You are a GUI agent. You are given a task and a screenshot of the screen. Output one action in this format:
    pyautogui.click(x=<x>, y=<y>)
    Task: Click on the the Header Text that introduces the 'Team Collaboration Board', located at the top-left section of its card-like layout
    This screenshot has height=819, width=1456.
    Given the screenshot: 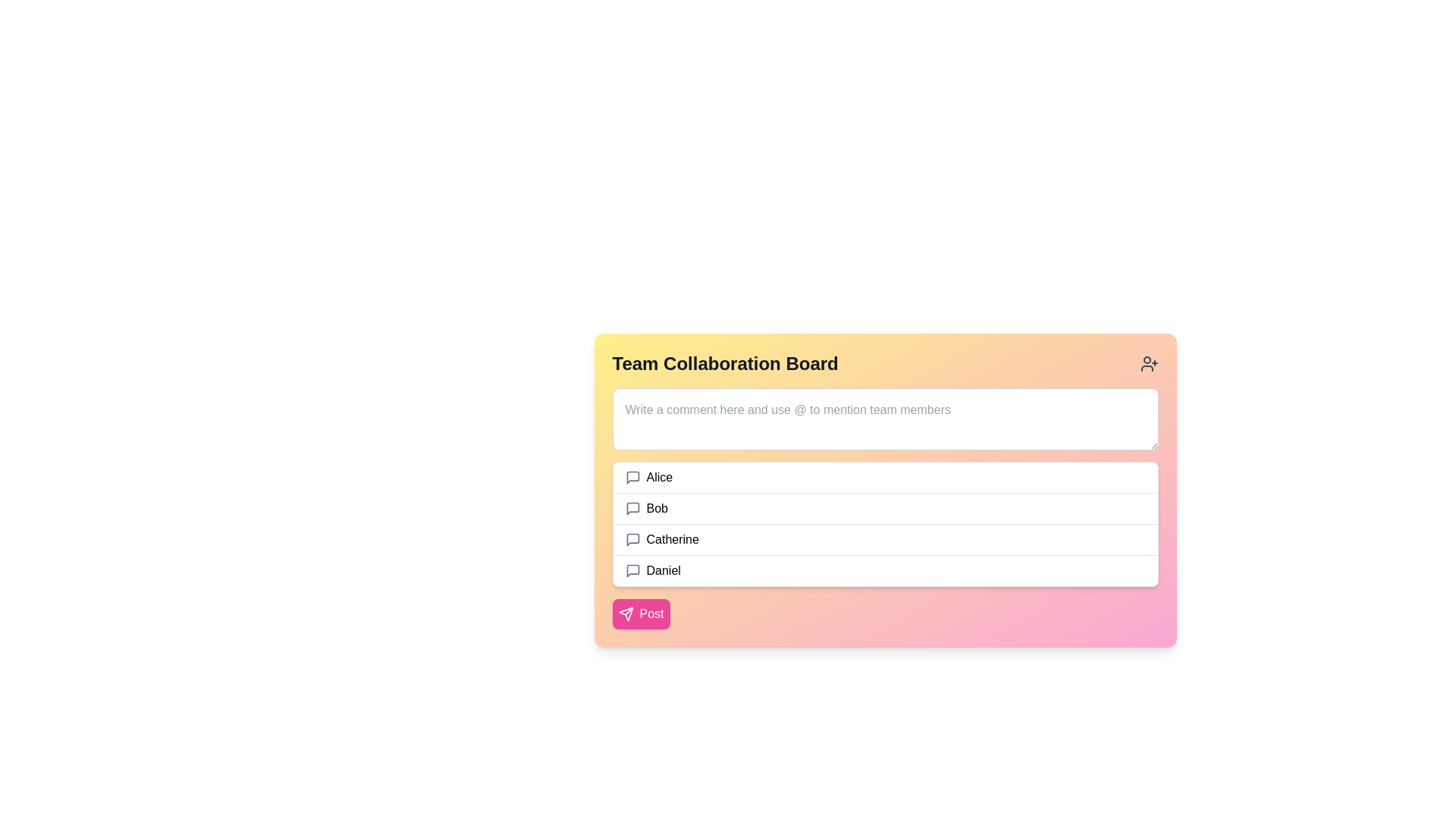 What is the action you would take?
    pyautogui.click(x=724, y=363)
    